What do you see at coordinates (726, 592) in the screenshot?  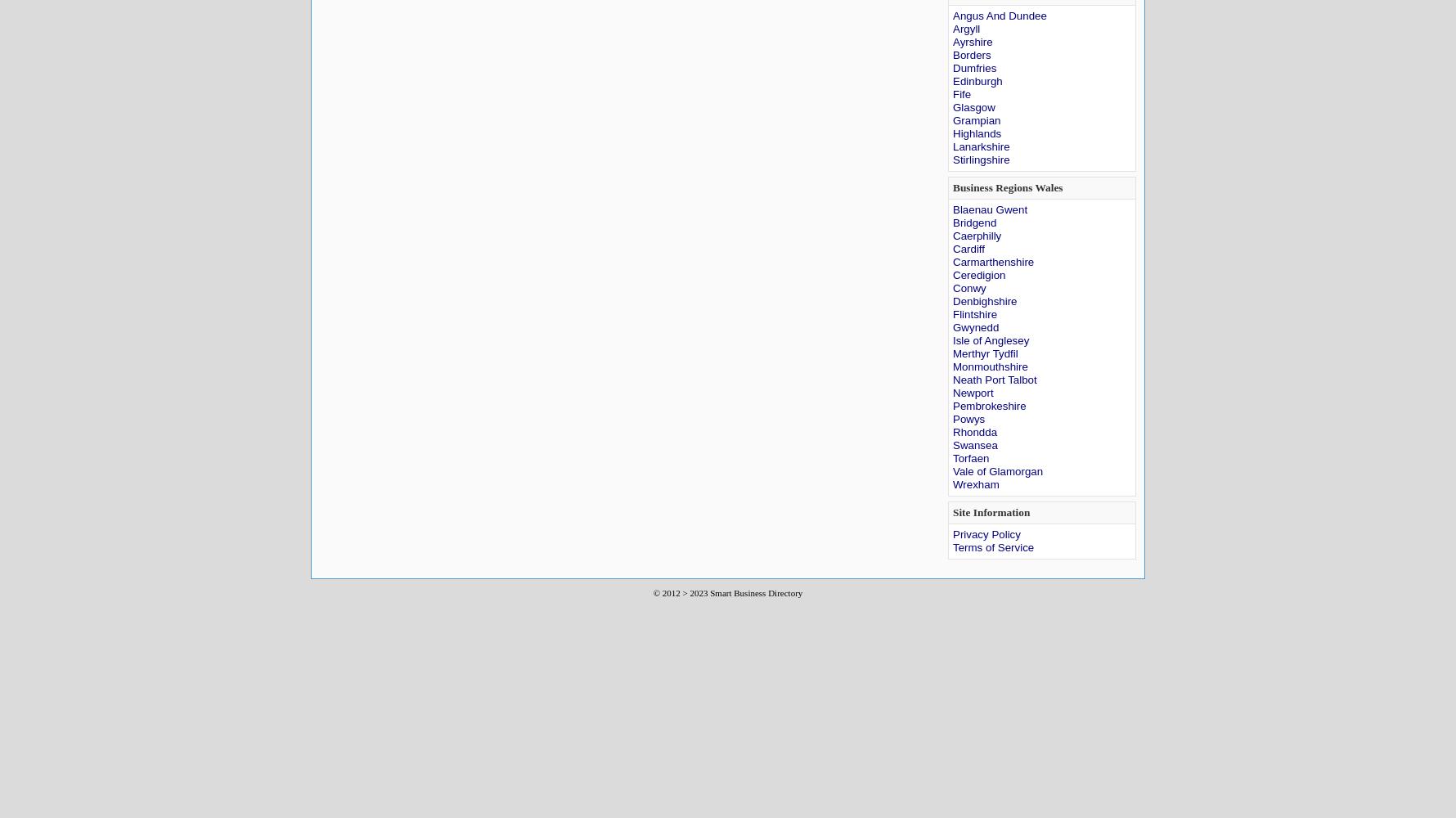 I see `'© 2012 > 2023 Smart Business Directory'` at bounding box center [726, 592].